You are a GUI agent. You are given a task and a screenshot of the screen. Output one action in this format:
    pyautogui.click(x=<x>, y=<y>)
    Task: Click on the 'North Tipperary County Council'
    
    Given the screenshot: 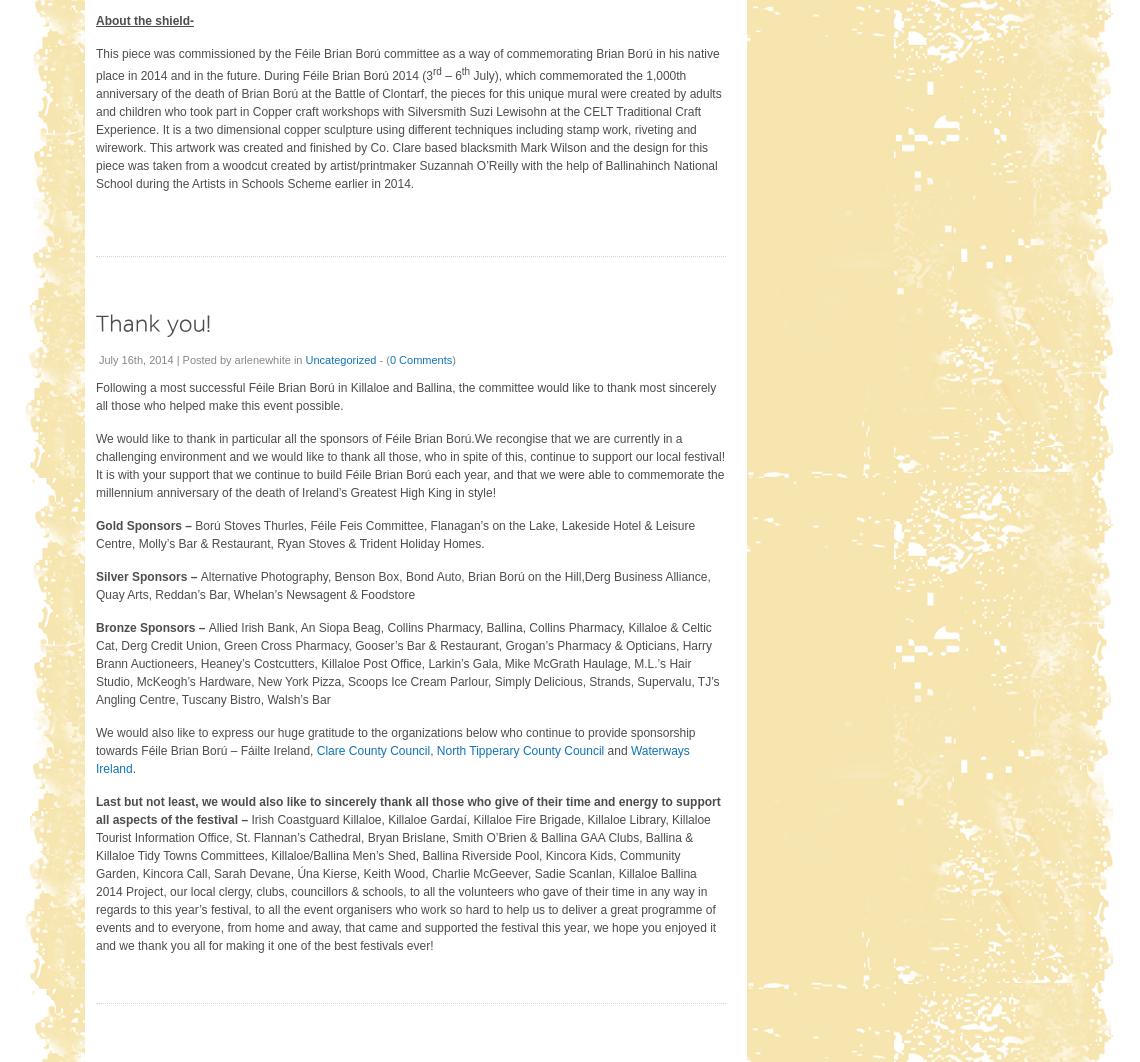 What is the action you would take?
    pyautogui.click(x=518, y=749)
    